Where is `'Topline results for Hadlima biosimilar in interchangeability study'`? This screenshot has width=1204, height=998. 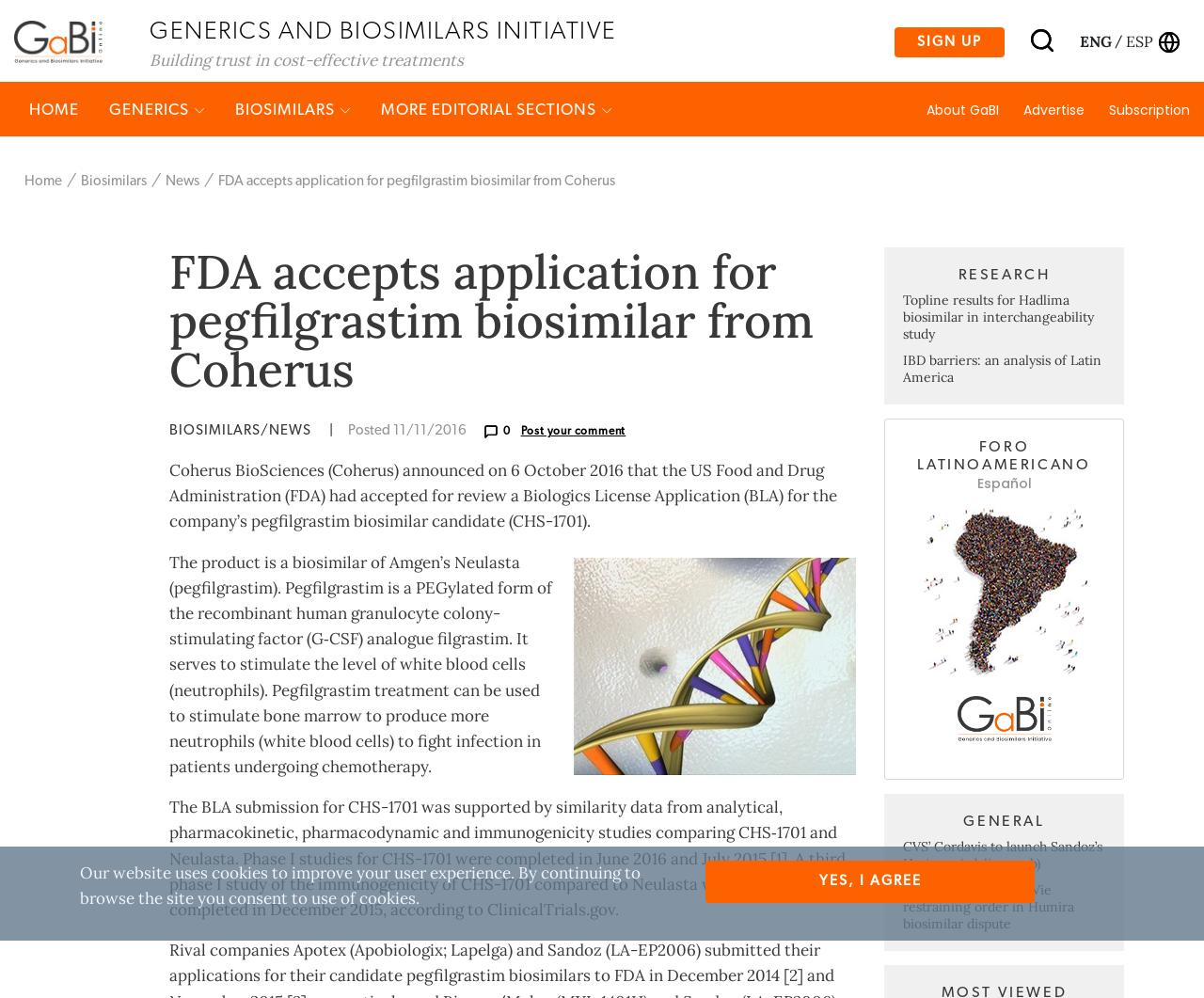
'Topline results for Hadlima biosimilar in interchangeability study' is located at coordinates (997, 389).